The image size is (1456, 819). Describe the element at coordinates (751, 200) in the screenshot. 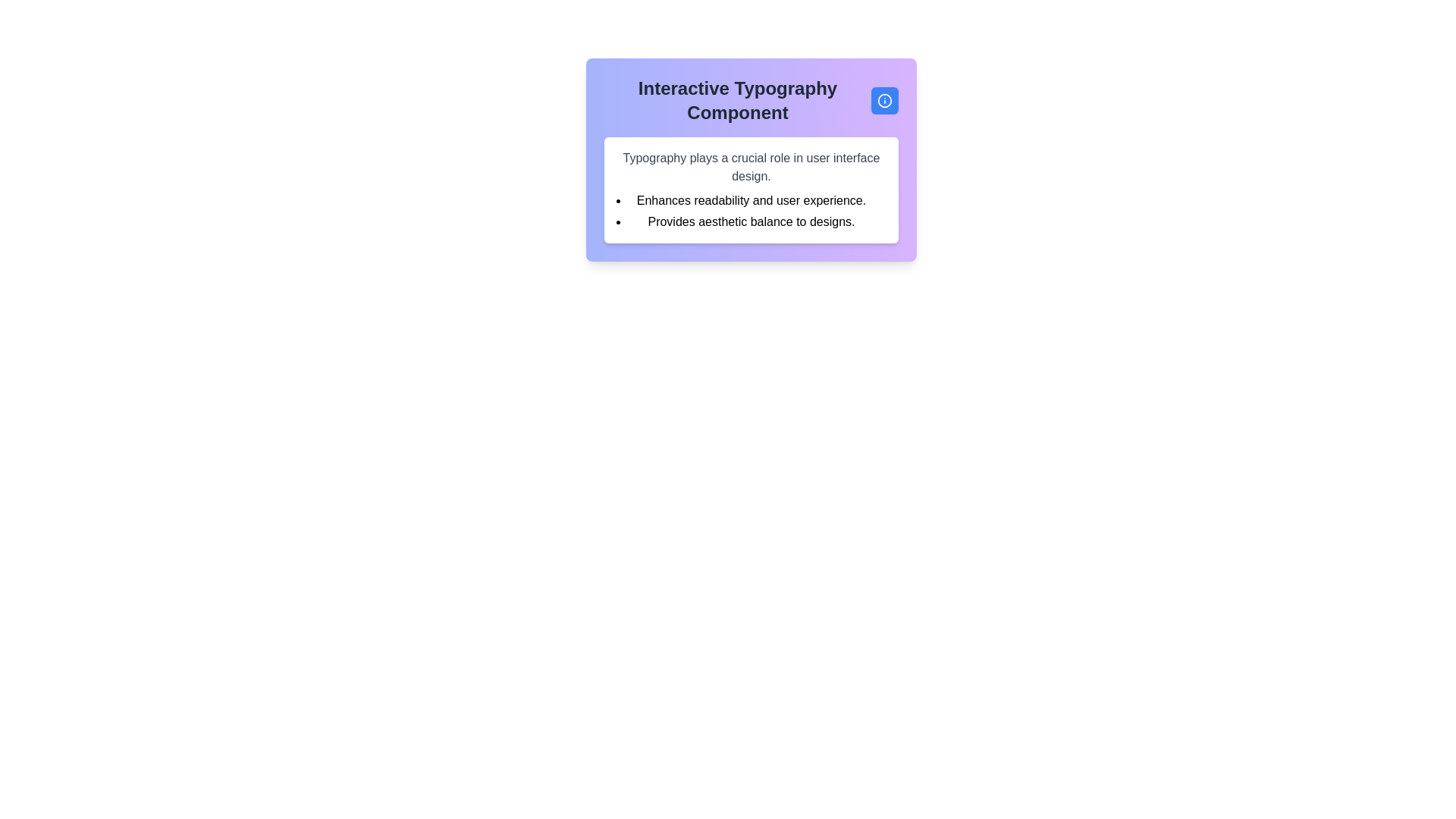

I see `the first bulleted list item that enhances readability and user experience as a reference for understanding the topic` at that location.